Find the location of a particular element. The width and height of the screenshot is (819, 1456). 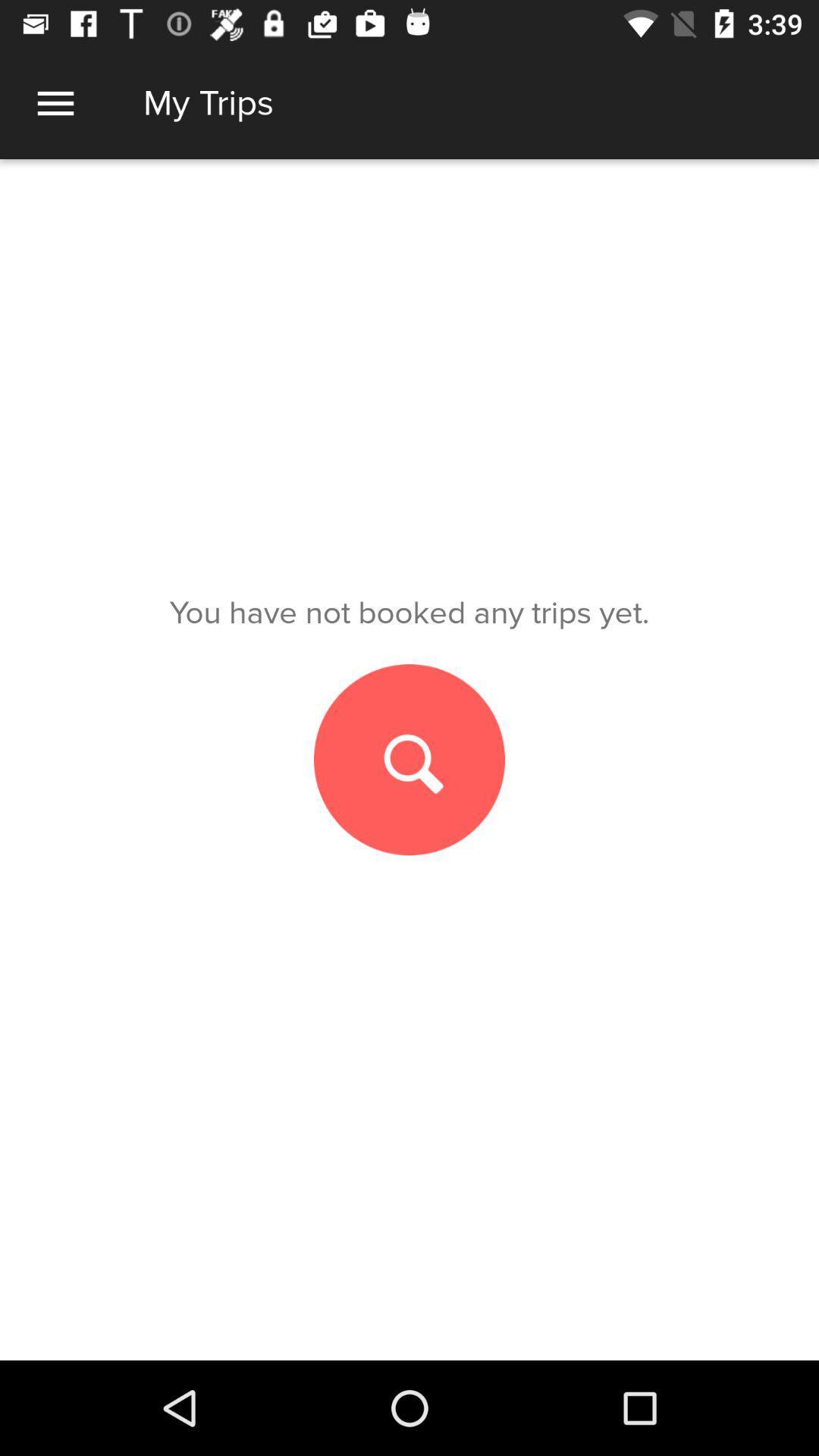

search is located at coordinates (409, 760).